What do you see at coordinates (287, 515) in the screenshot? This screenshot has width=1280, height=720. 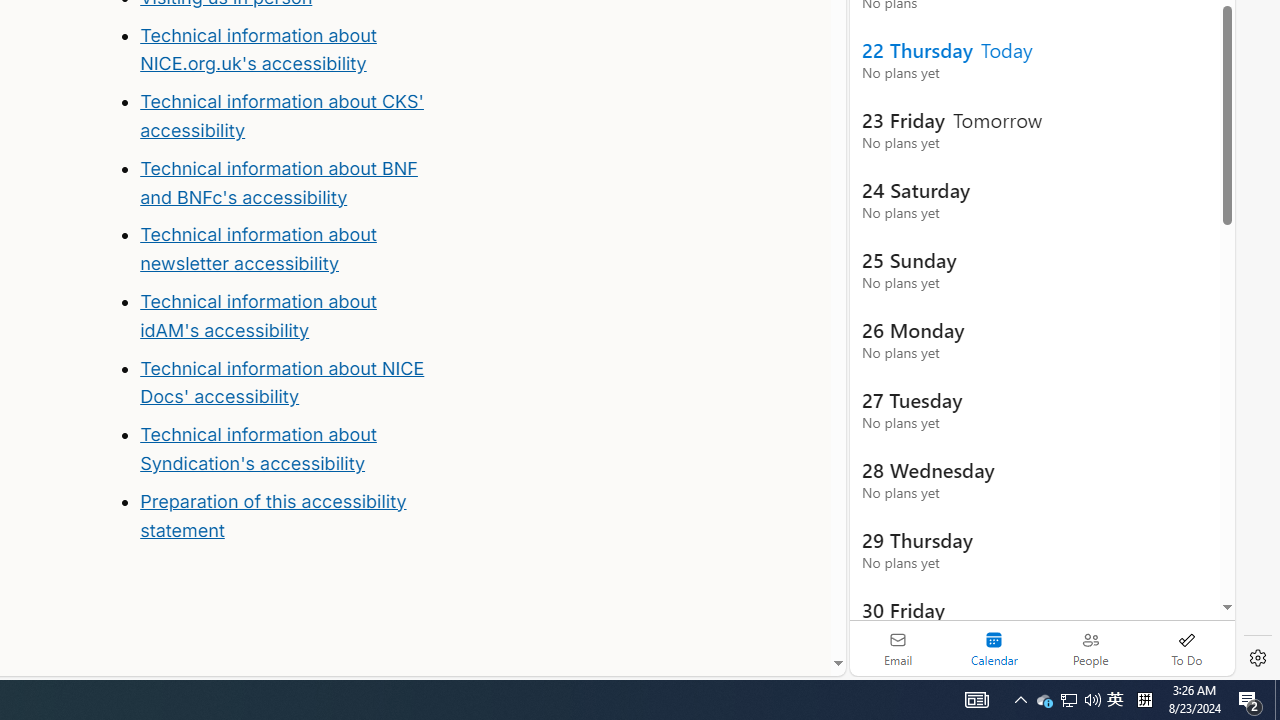 I see `'Preparation of this accessibility statement'` at bounding box center [287, 515].